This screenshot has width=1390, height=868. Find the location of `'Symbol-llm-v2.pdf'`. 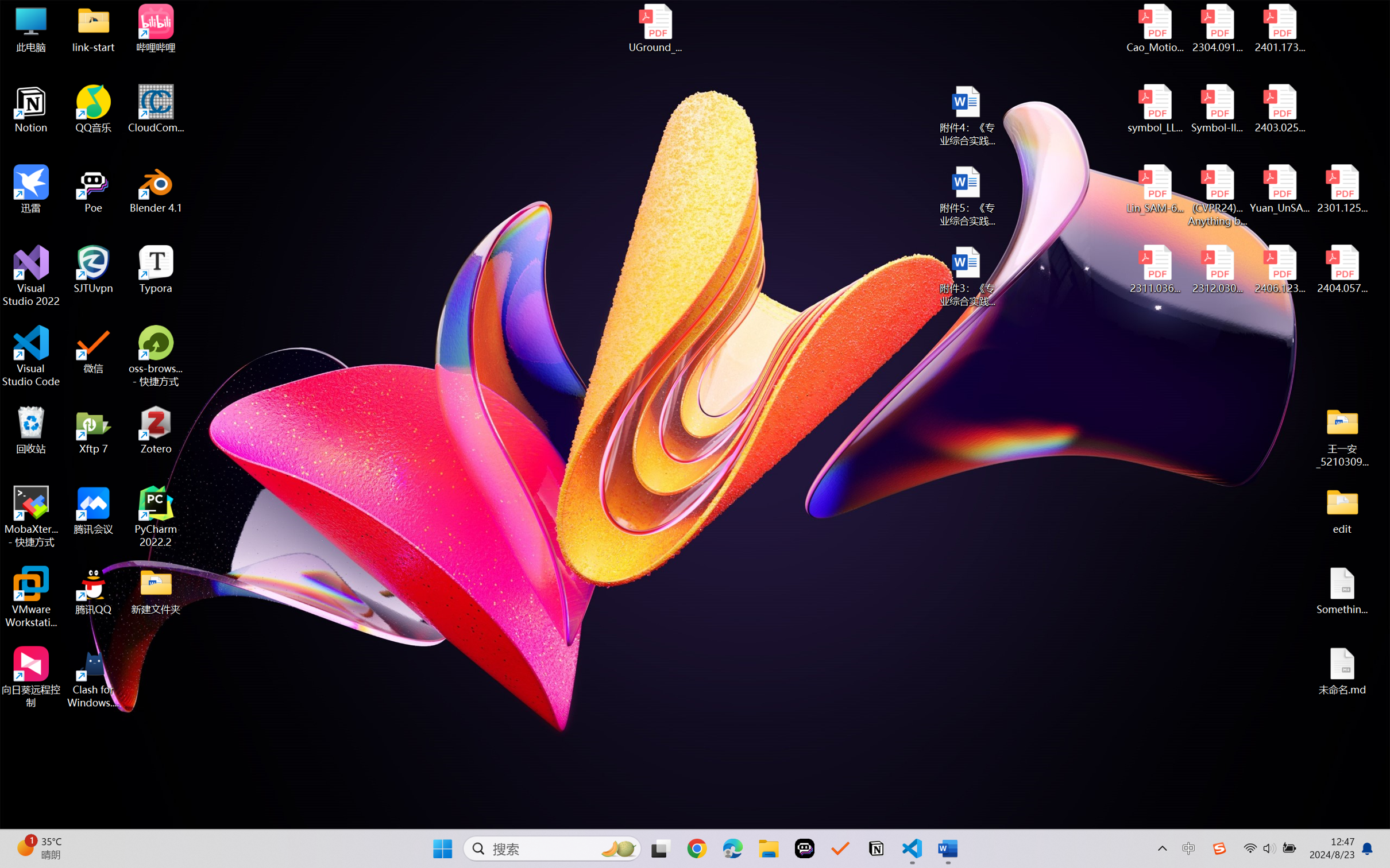

'Symbol-llm-v2.pdf' is located at coordinates (1217, 109).